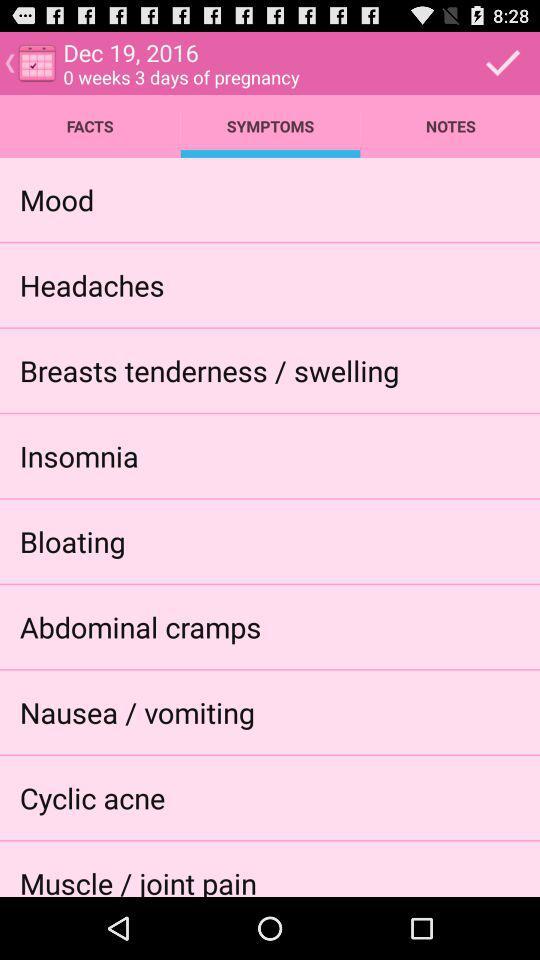 This screenshot has height=960, width=540. Describe the element at coordinates (136, 712) in the screenshot. I see `the item below the abdominal cramps app` at that location.